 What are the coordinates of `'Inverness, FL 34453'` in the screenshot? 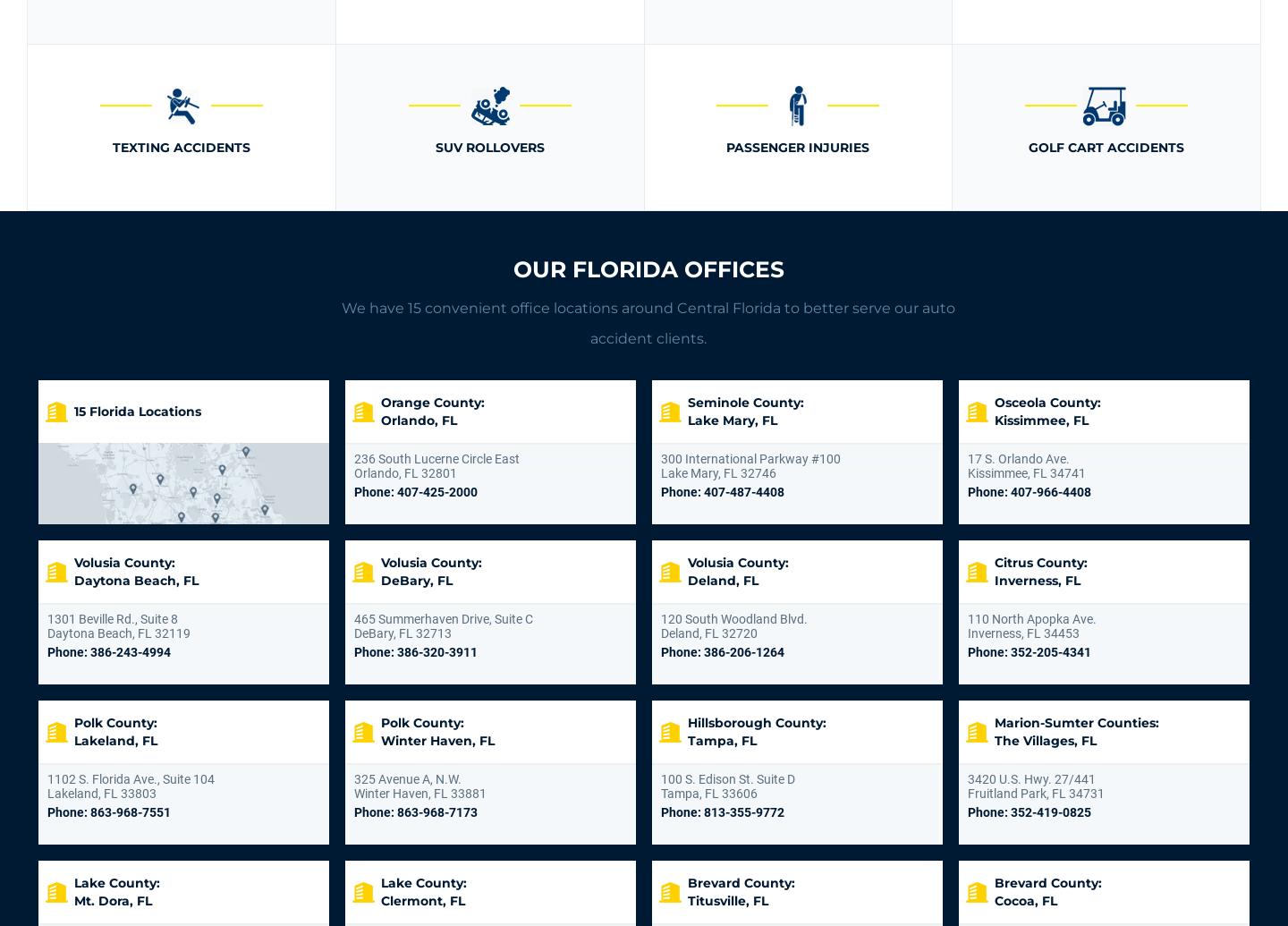 It's located at (1023, 633).